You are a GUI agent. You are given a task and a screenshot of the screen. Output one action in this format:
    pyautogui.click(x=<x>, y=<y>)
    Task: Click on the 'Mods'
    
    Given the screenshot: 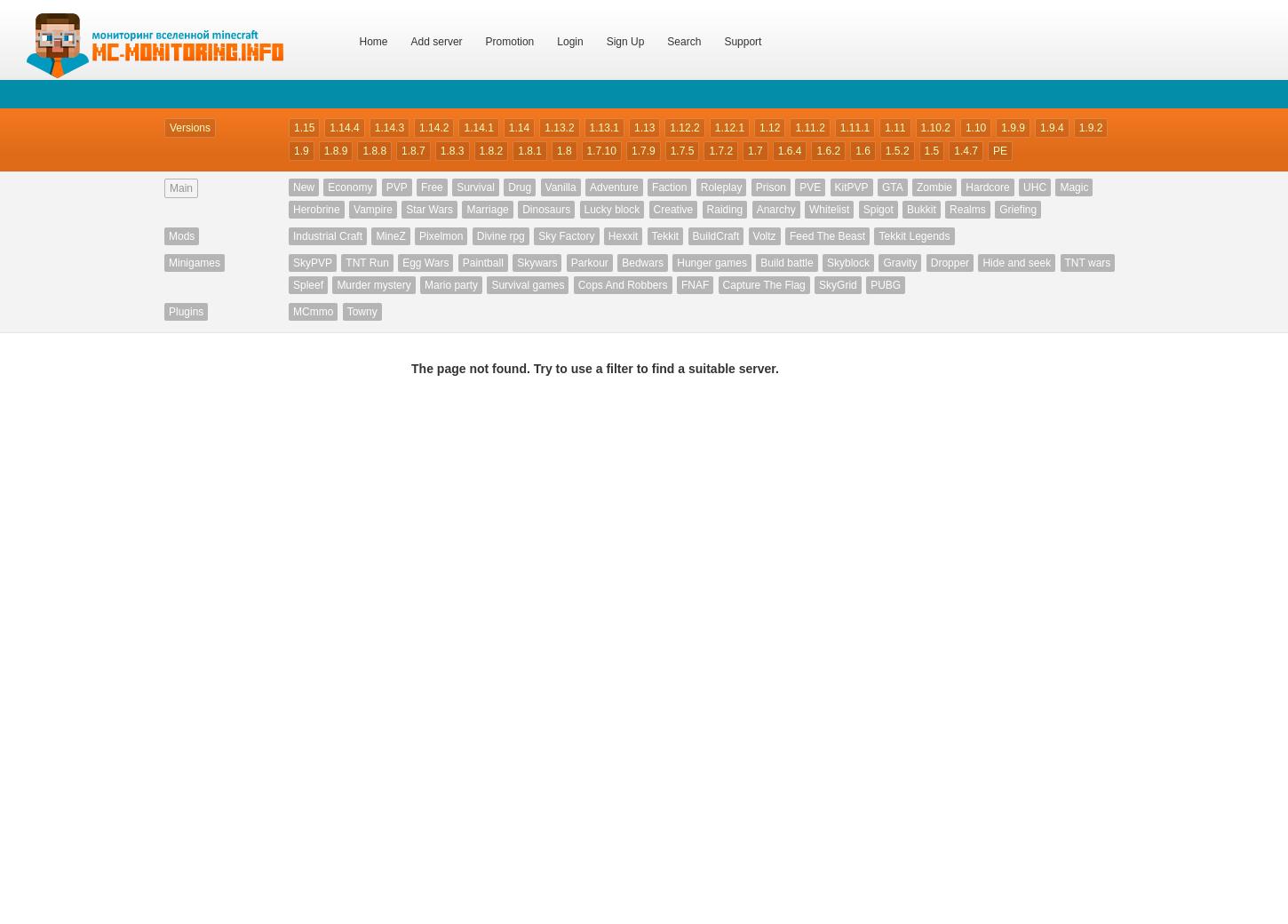 What is the action you would take?
    pyautogui.click(x=180, y=235)
    